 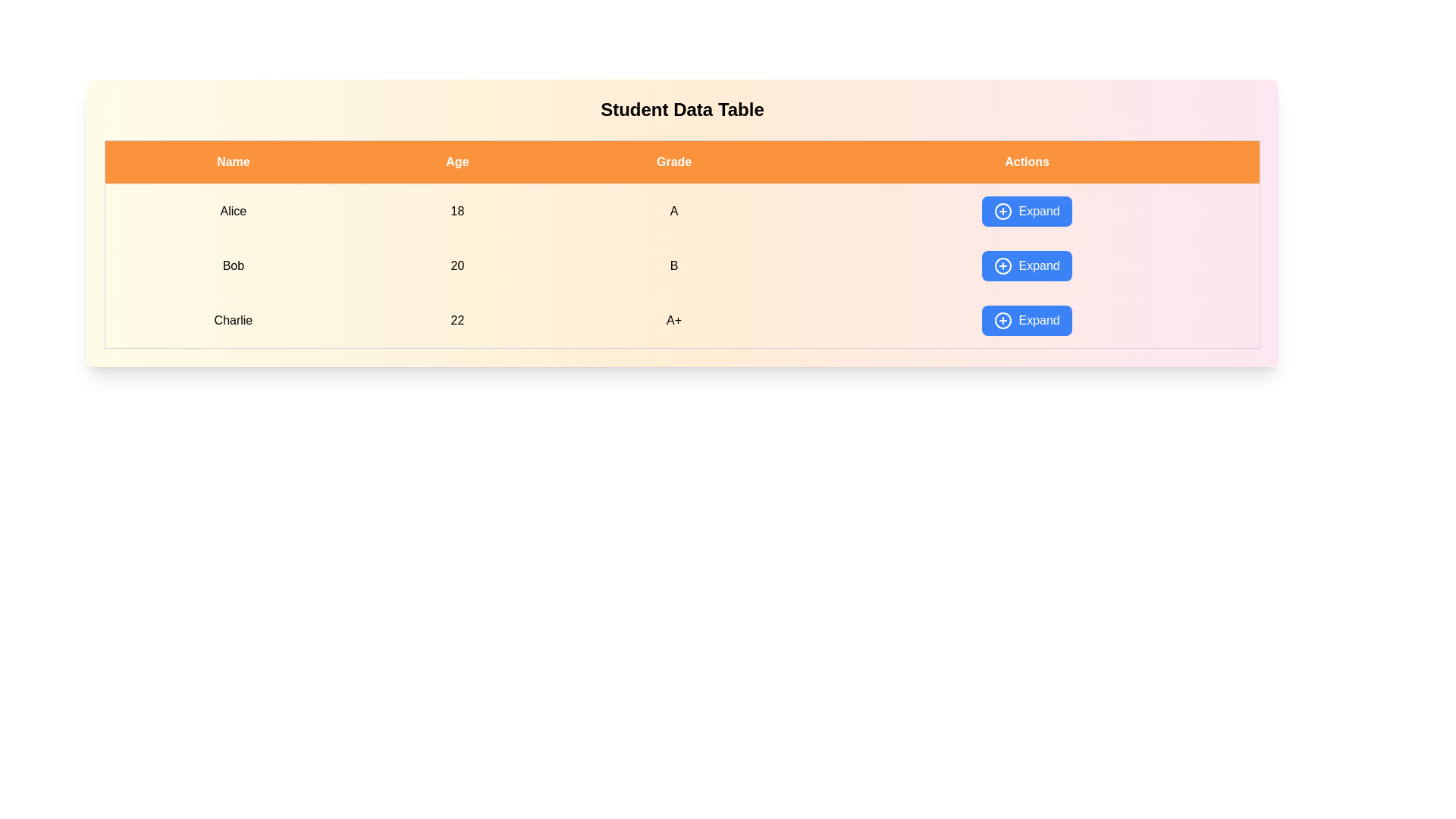 I want to click on the text element displaying 'Alice' in the first row of the data table under the 'Name' column, so click(x=232, y=211).